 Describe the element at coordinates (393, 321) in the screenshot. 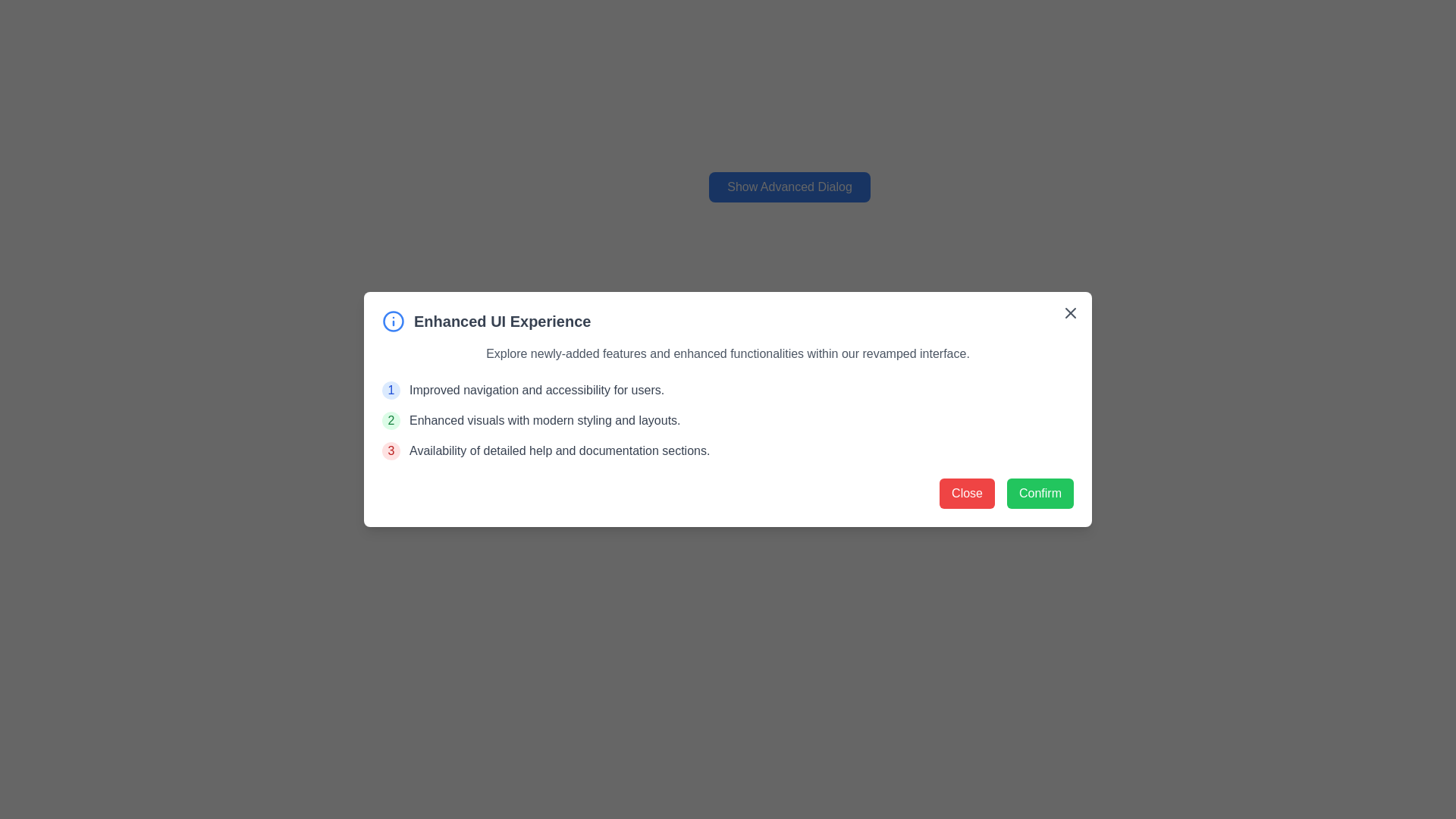

I see `the blue circular SVG icon that represents the outermost circle of an 'info' symbol, located at the center of the dialog box` at that location.